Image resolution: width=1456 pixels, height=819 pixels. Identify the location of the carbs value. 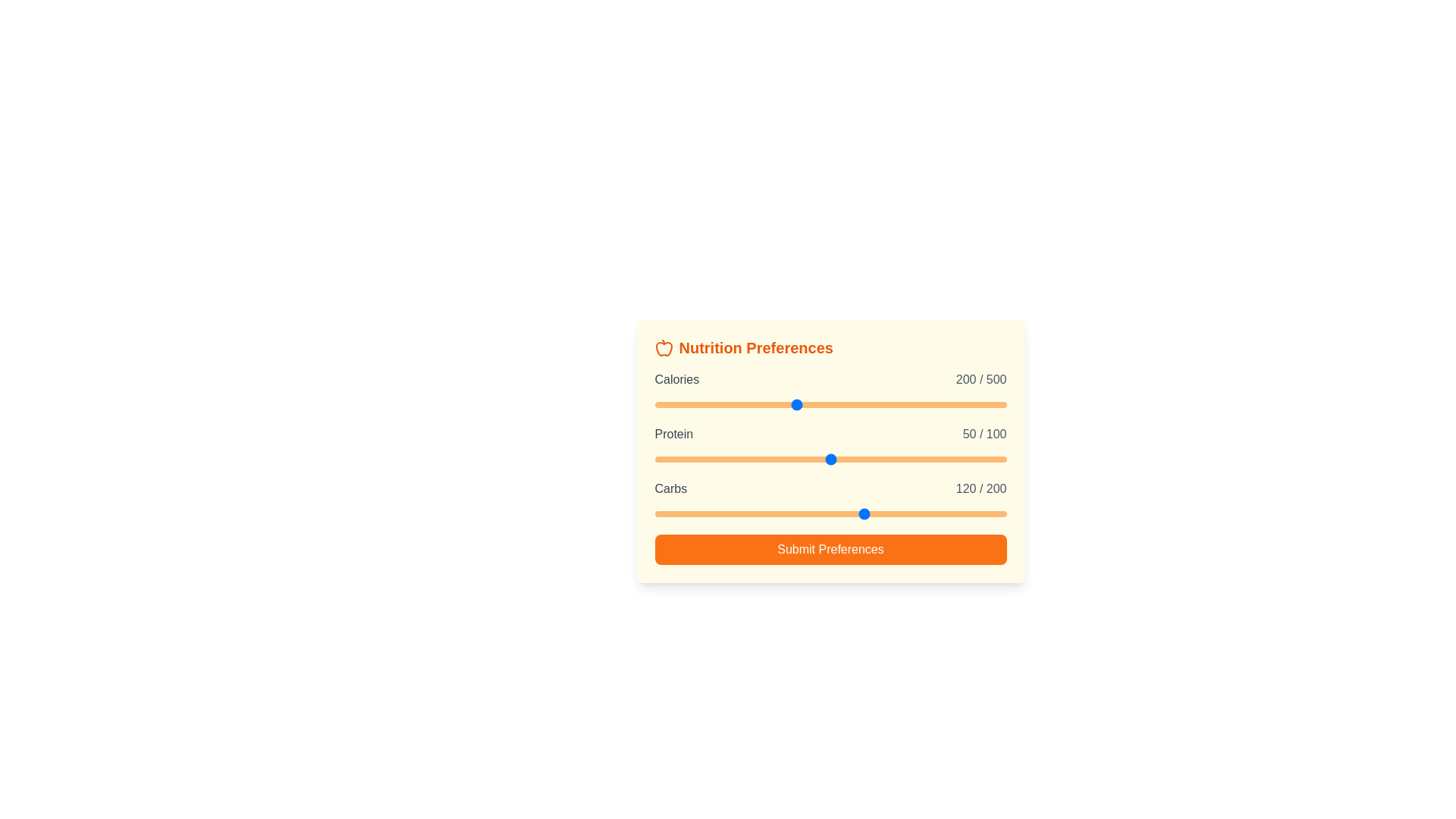
(791, 513).